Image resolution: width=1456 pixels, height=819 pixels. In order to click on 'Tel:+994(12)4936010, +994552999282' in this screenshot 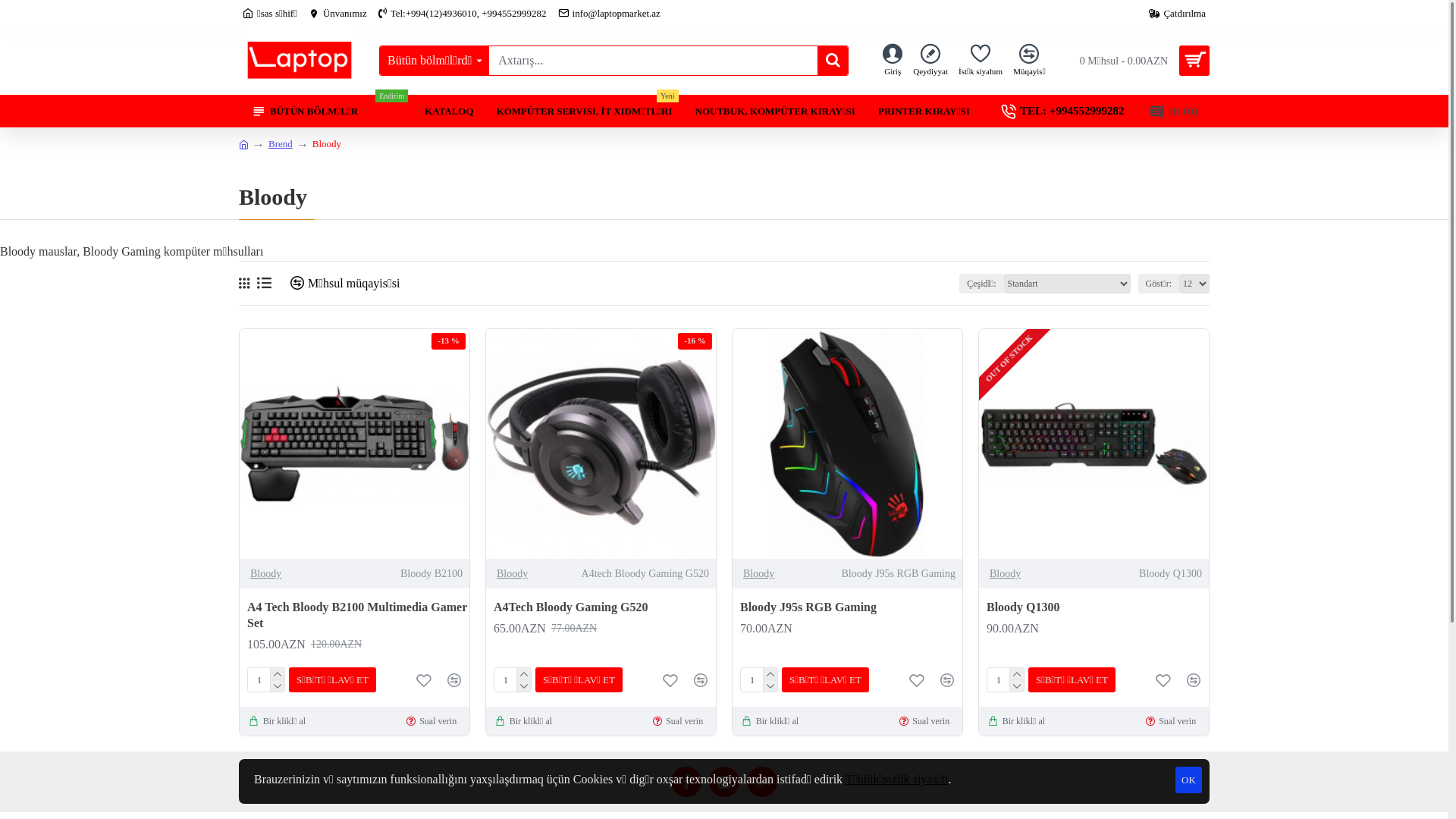, I will do `click(461, 13)`.